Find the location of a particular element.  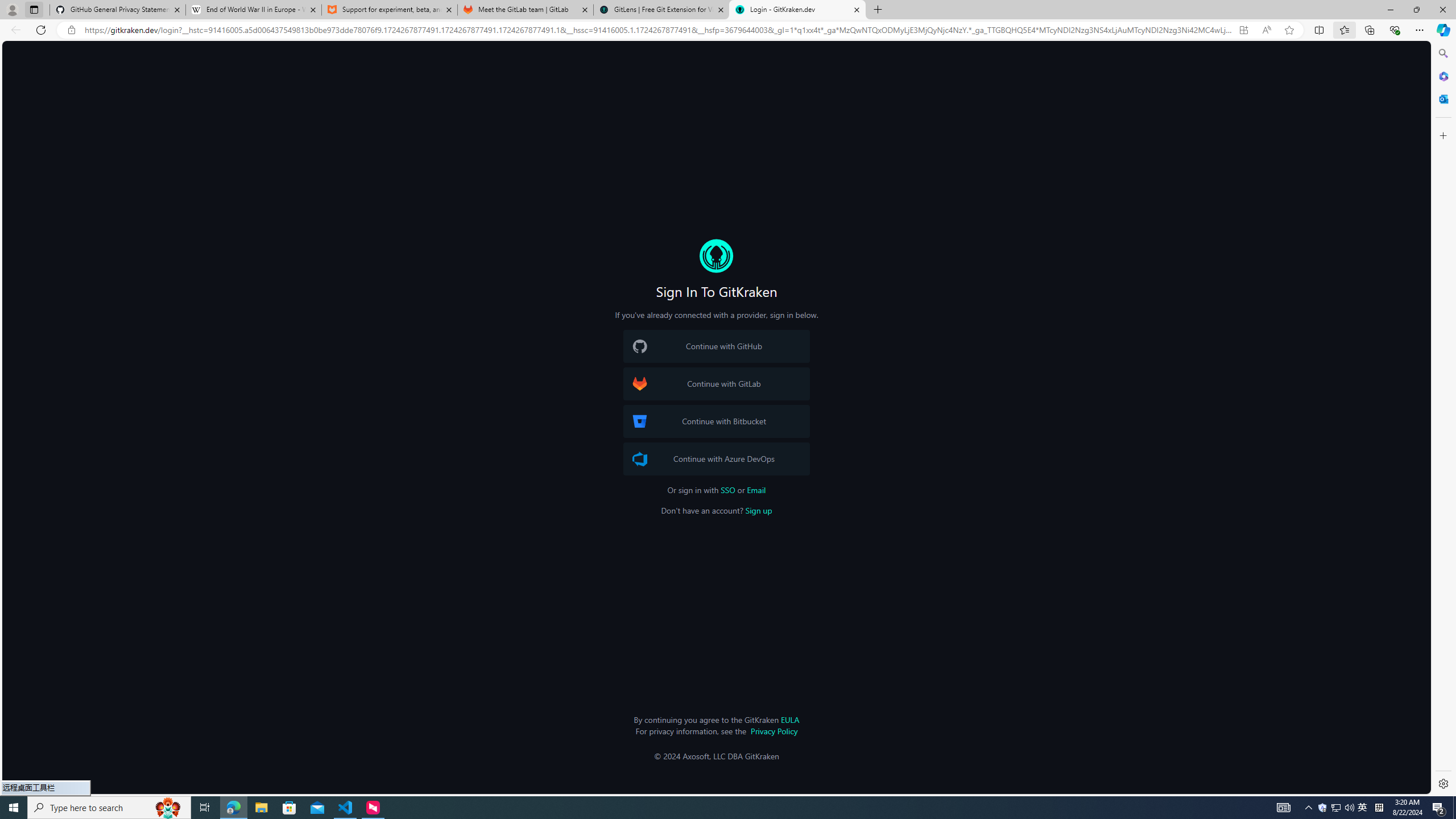

'Login - GitKraken.dev' is located at coordinates (797, 9).